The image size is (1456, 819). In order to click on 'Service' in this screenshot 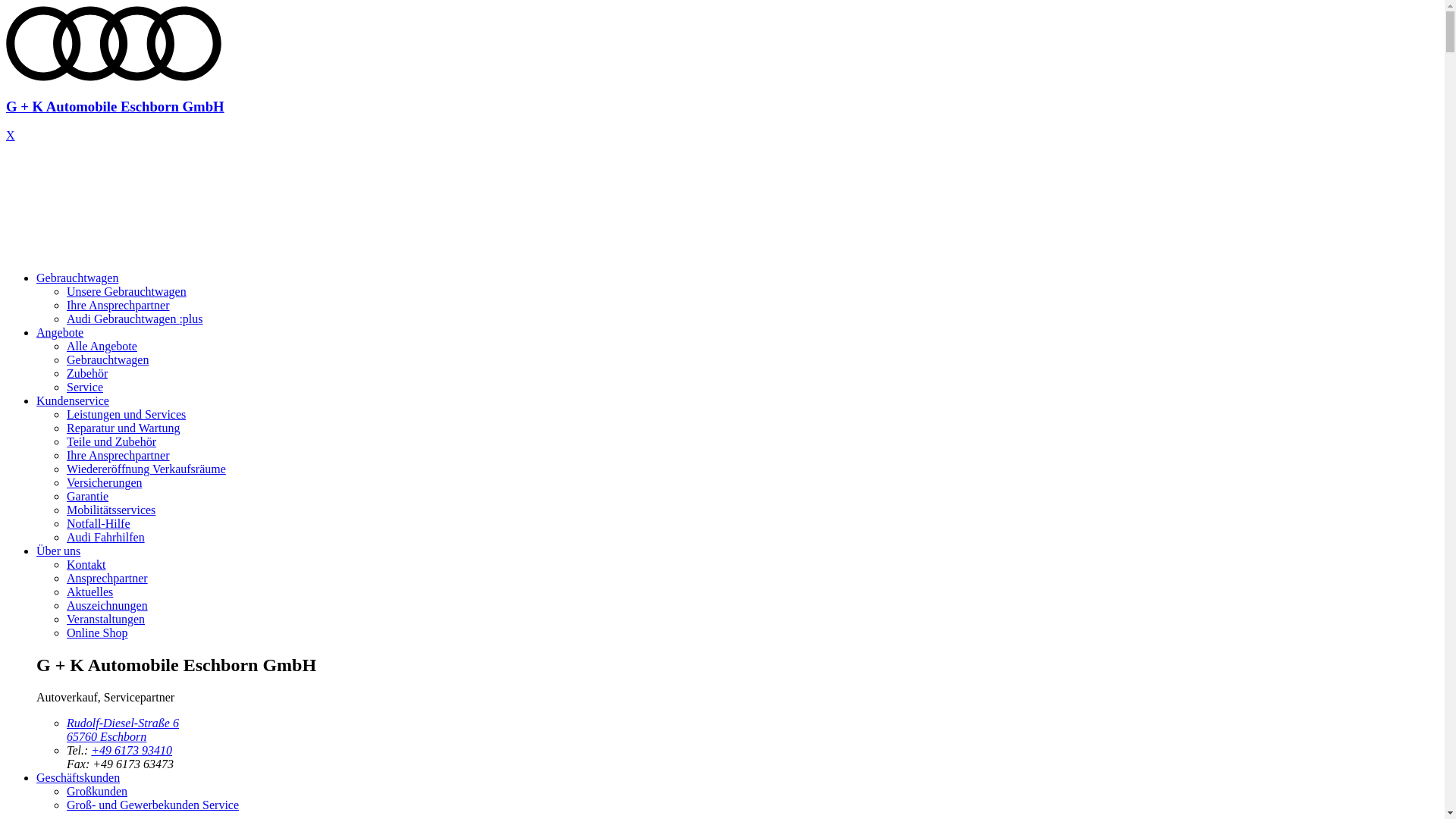, I will do `click(83, 386)`.